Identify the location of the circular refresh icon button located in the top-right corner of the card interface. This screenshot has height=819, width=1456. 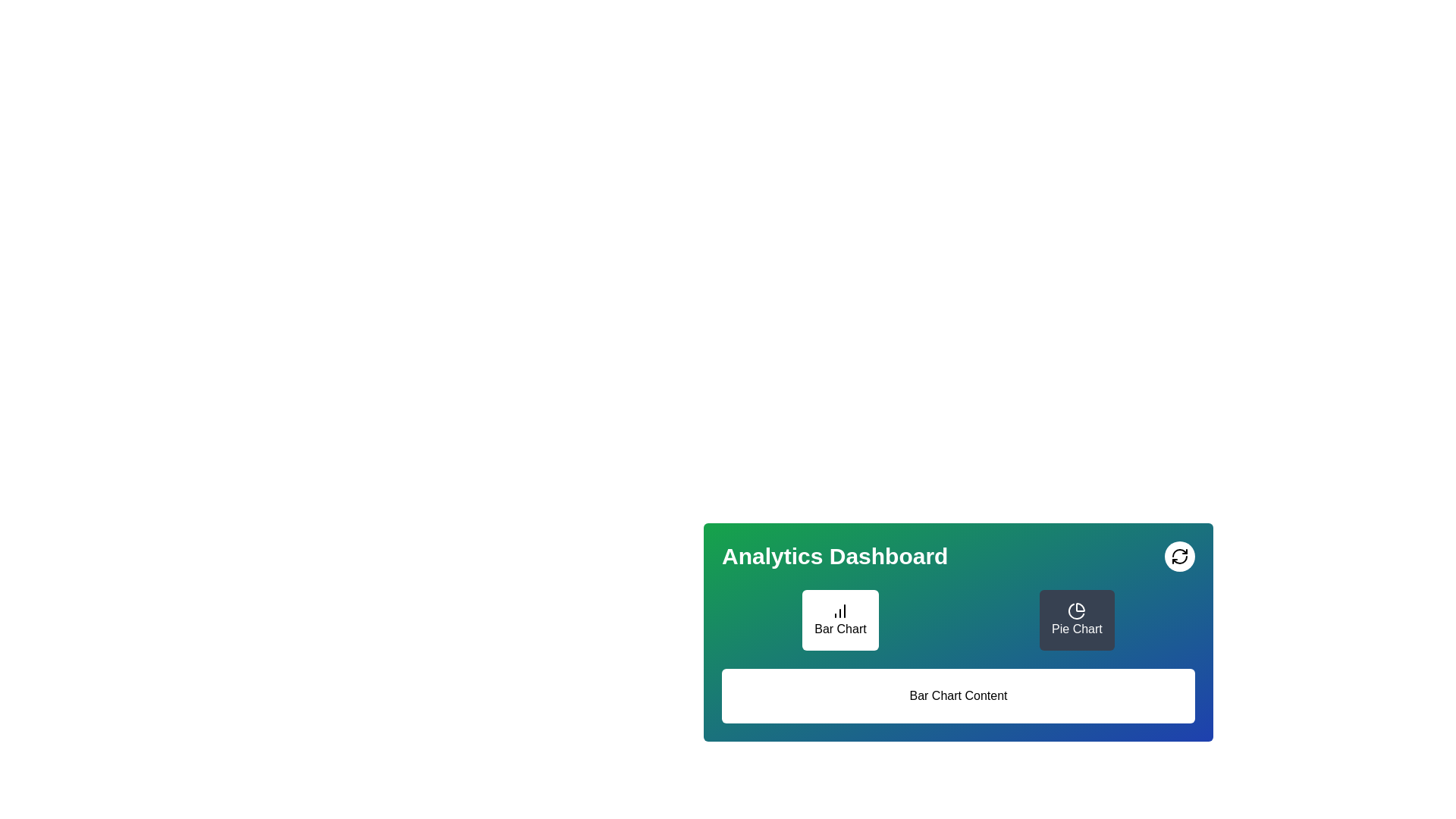
(1178, 556).